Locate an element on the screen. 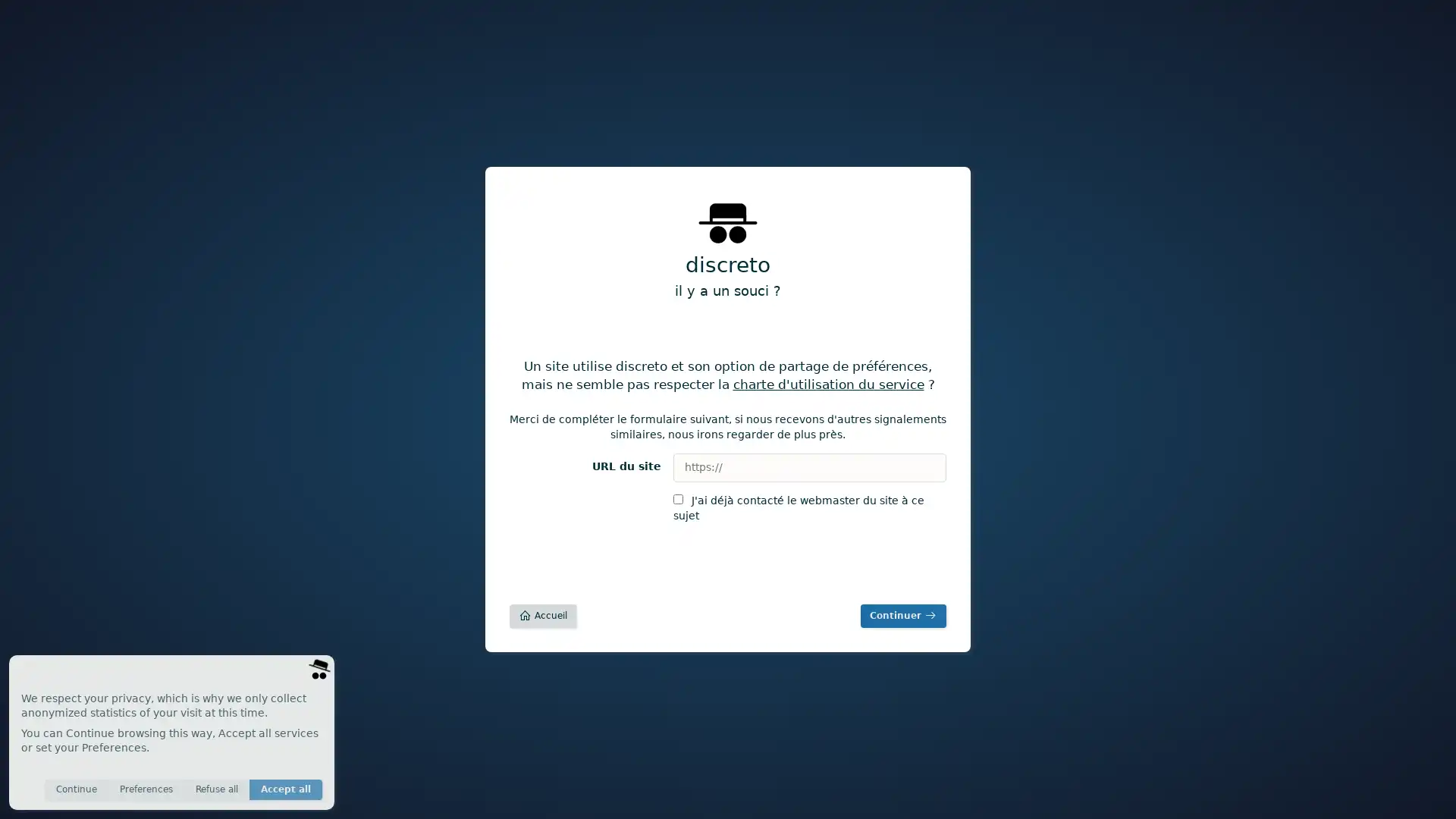 The image size is (1456, 819). Refuse all is located at coordinates (216, 789).